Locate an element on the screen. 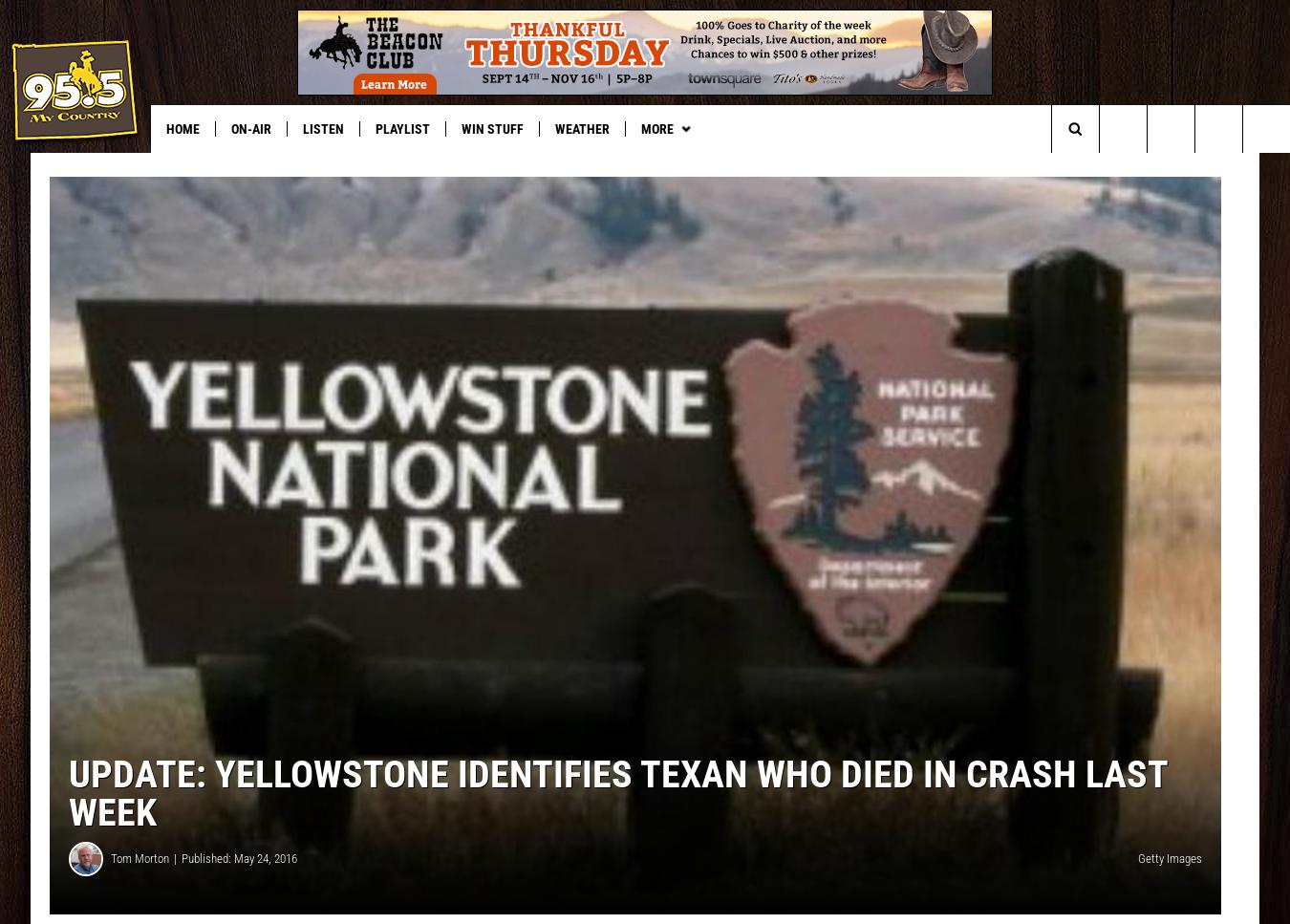 The height and width of the screenshot is (924, 1290). 'What's Hot:' is located at coordinates (50, 167).